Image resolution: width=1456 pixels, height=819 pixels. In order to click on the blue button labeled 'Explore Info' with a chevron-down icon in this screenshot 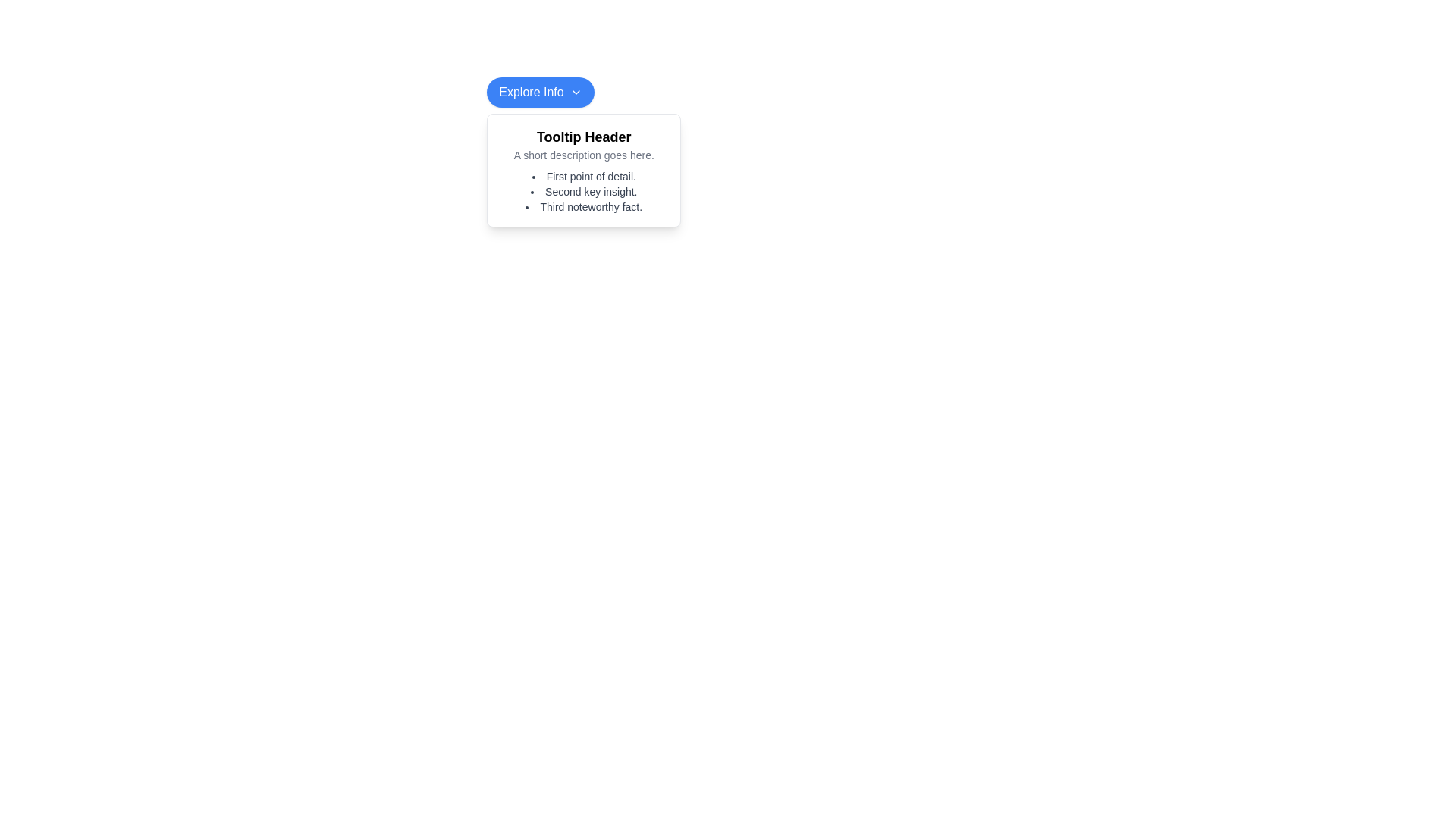, I will do `click(541, 93)`.